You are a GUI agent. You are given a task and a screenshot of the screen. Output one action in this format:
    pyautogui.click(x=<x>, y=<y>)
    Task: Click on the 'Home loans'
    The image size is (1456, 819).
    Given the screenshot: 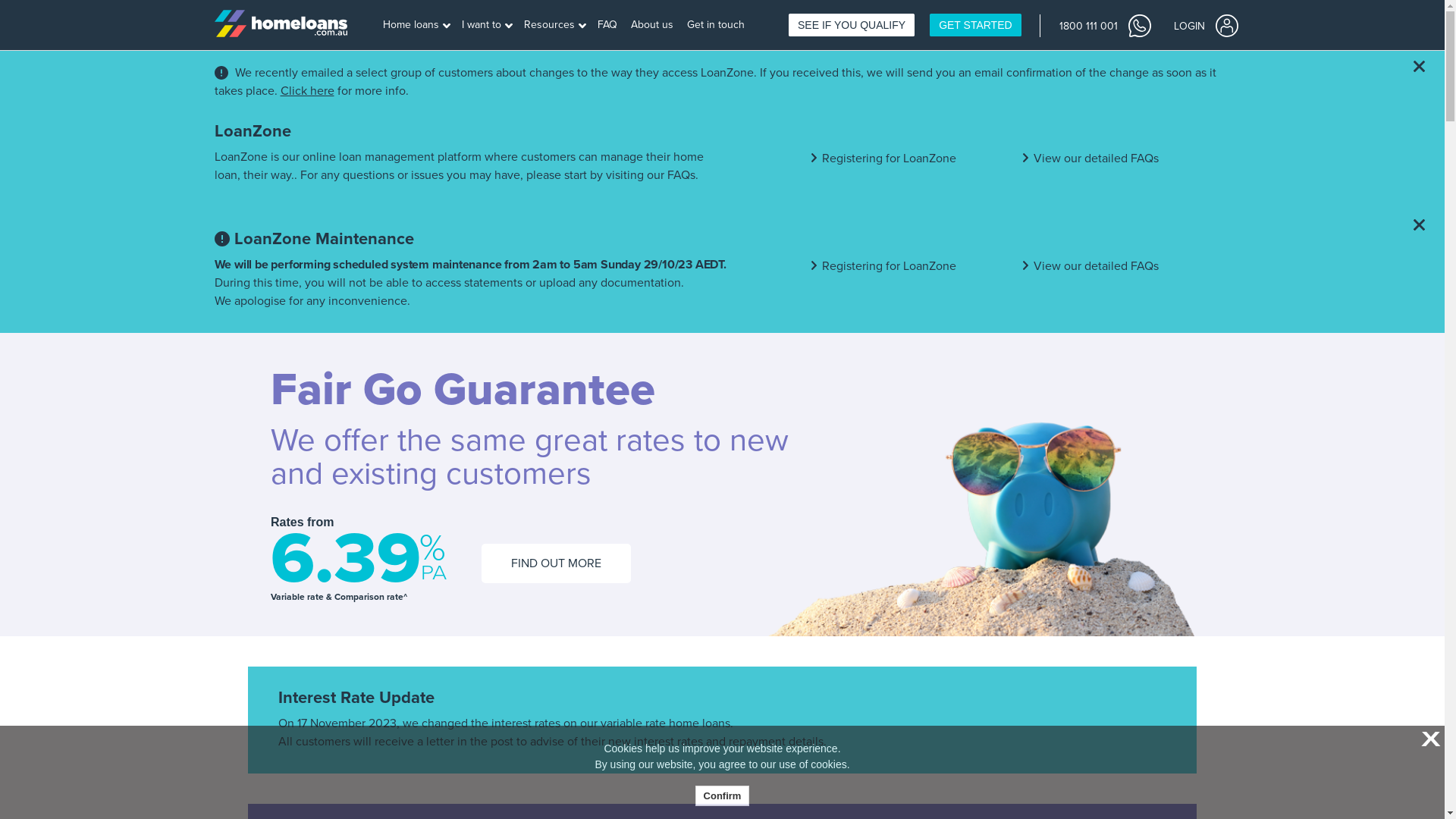 What is the action you would take?
    pyautogui.click(x=416, y=25)
    